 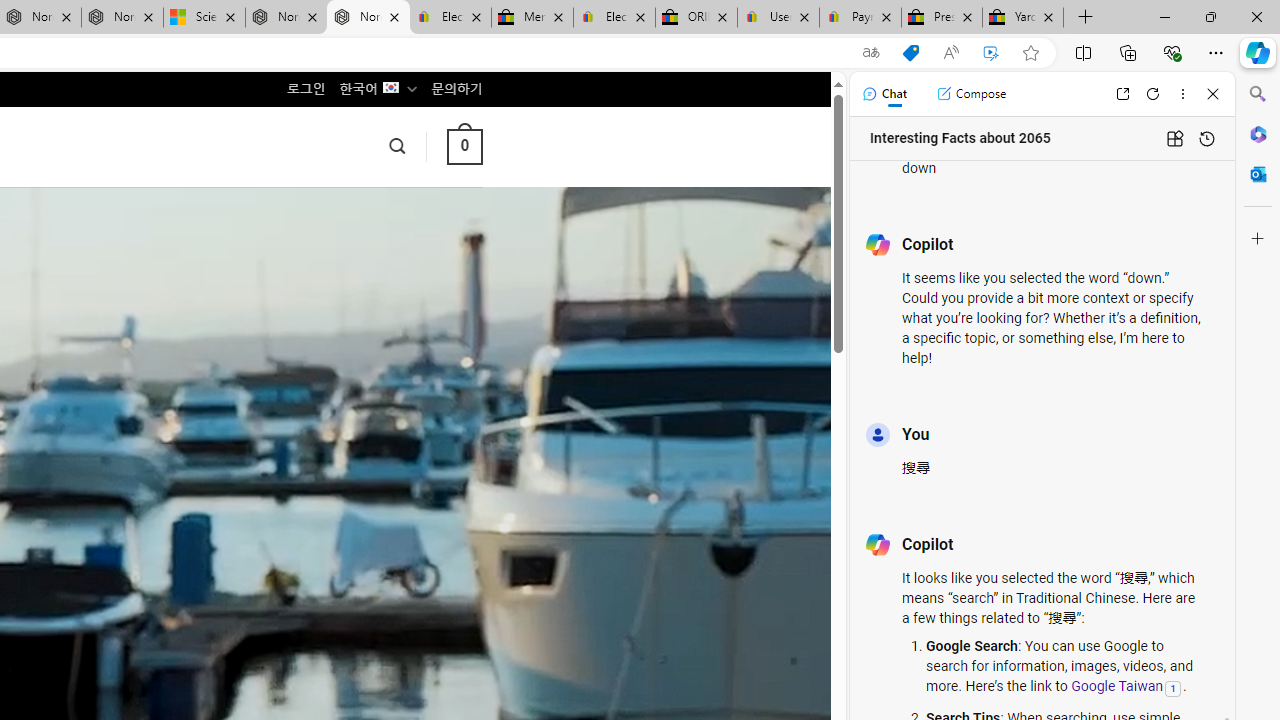 I want to click on 'Collections', so click(x=1128, y=51).